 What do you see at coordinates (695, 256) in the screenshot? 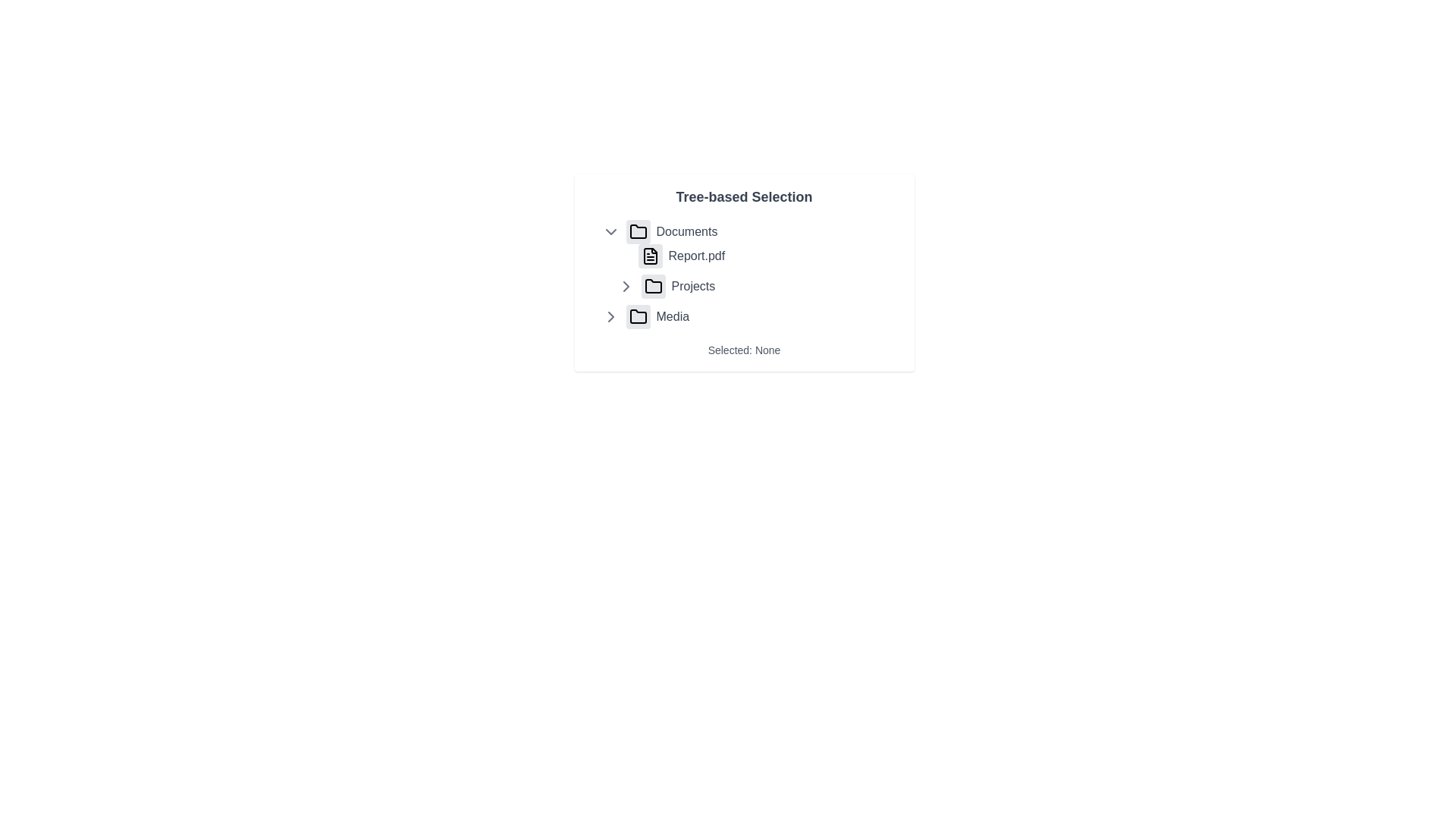
I see `the text label displaying 'Report.pdf' in gray, located under the 'Documents' folder in the tree-based navigation interface` at bounding box center [695, 256].